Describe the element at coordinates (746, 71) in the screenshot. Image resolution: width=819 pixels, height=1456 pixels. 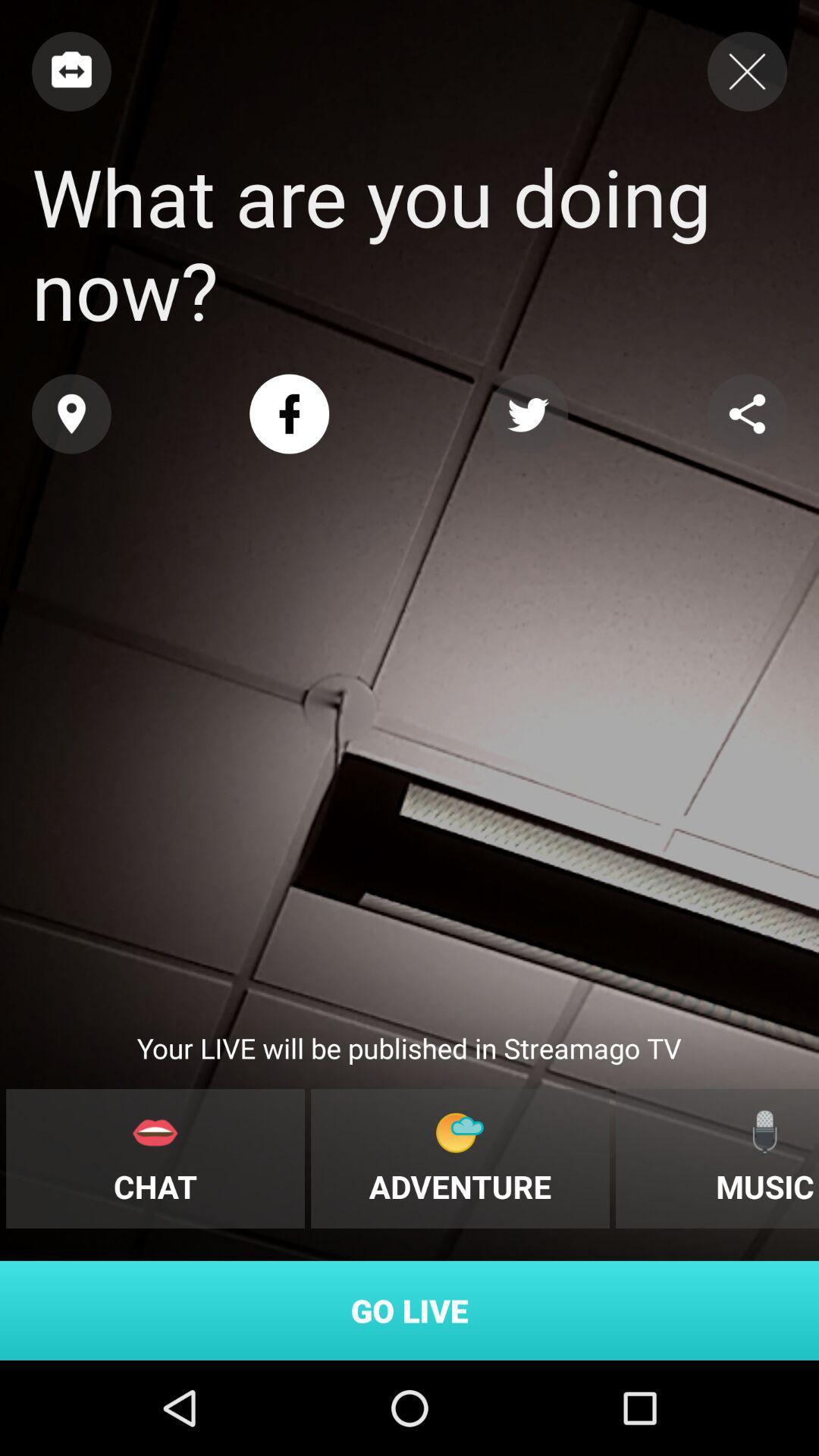
I see `exit` at that location.